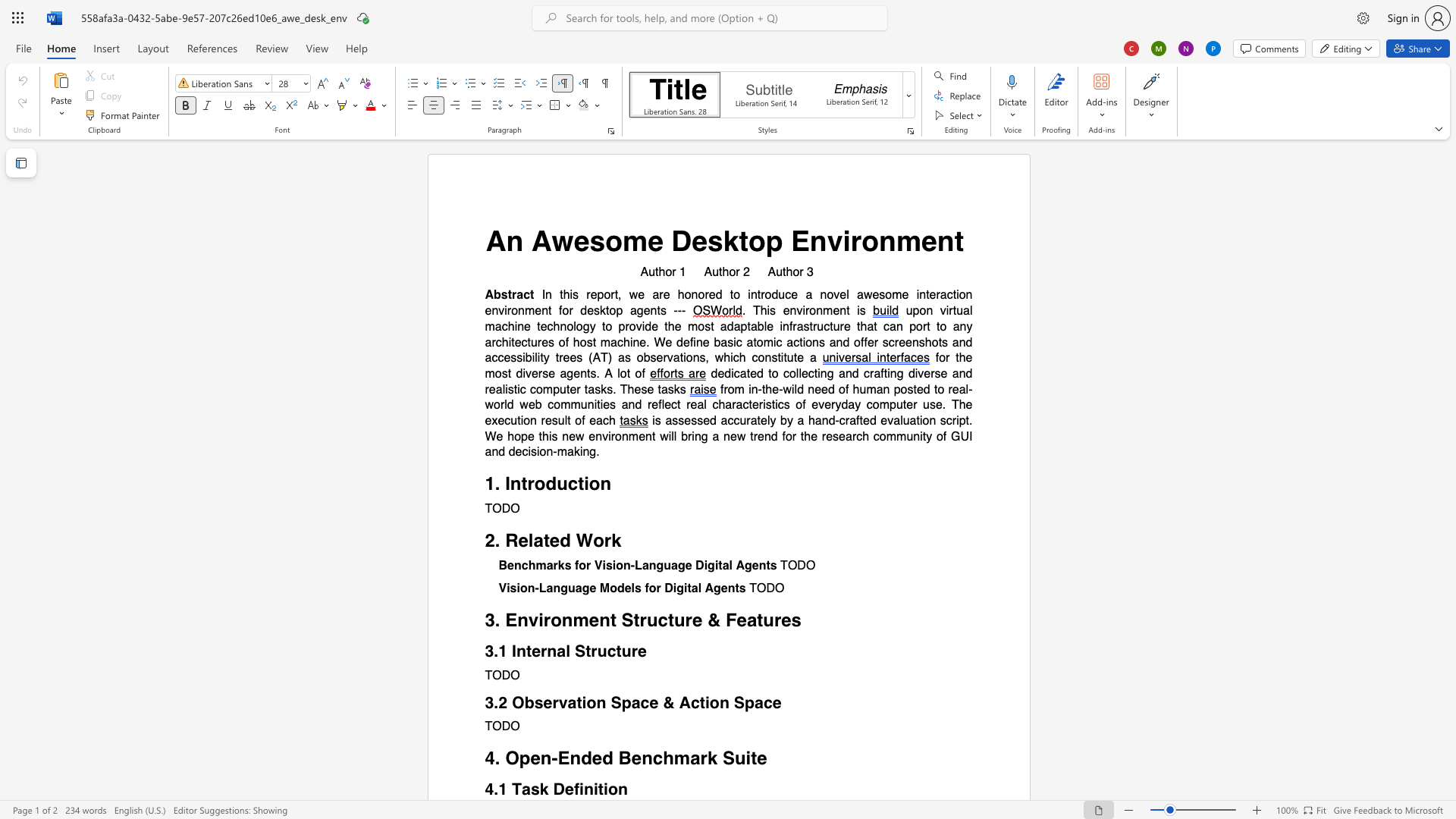  What do you see at coordinates (609, 310) in the screenshot?
I see `the subset text "op ag" within the text "In this report, we are honored to introduce a novel awesome interaction environment for desktop agents ---"` at bounding box center [609, 310].